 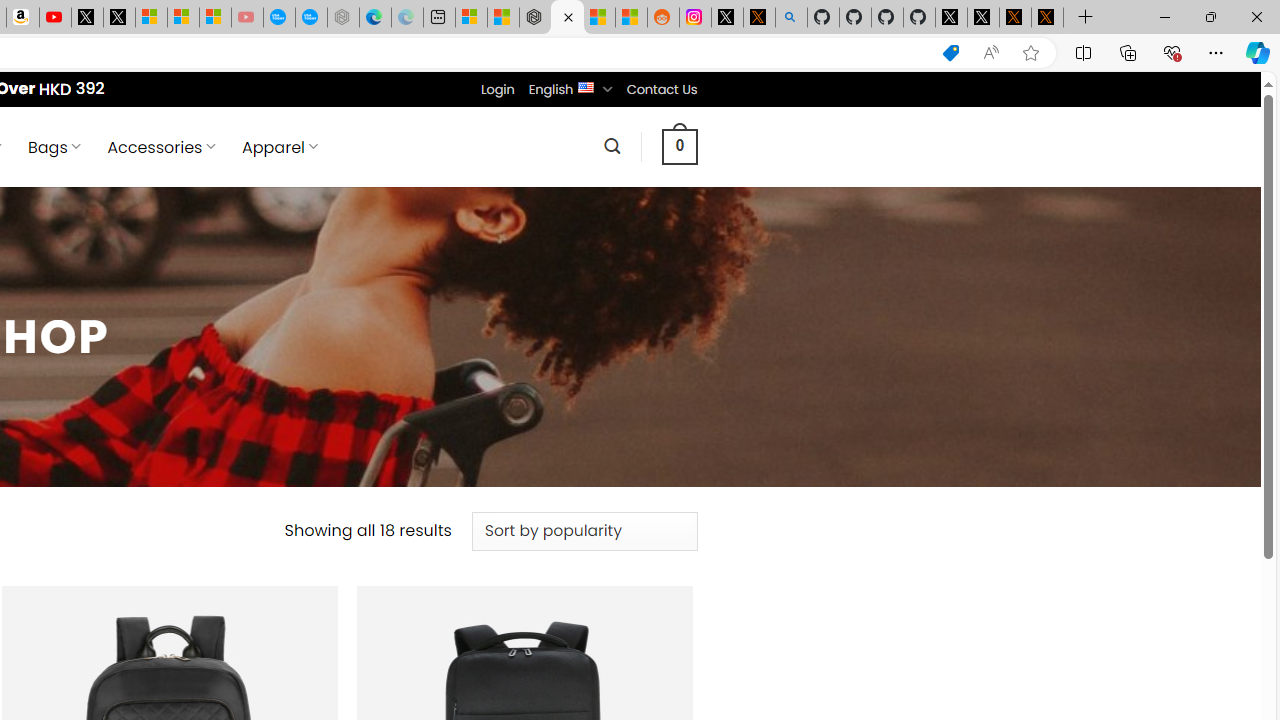 What do you see at coordinates (1128, 51) in the screenshot?
I see `'Collections'` at bounding box center [1128, 51].